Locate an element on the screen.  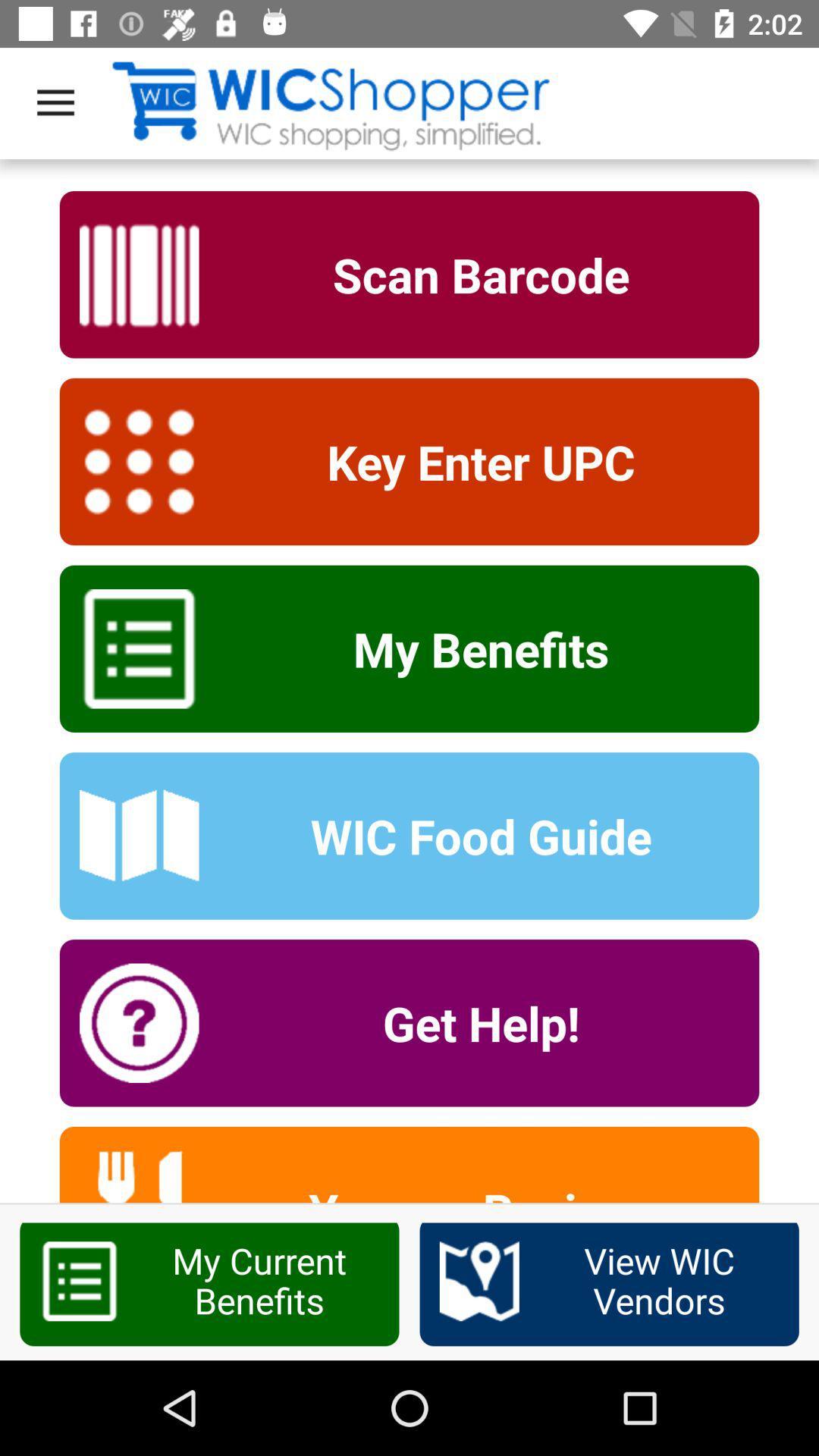
yummy recipes item is located at coordinates (470, 1190).